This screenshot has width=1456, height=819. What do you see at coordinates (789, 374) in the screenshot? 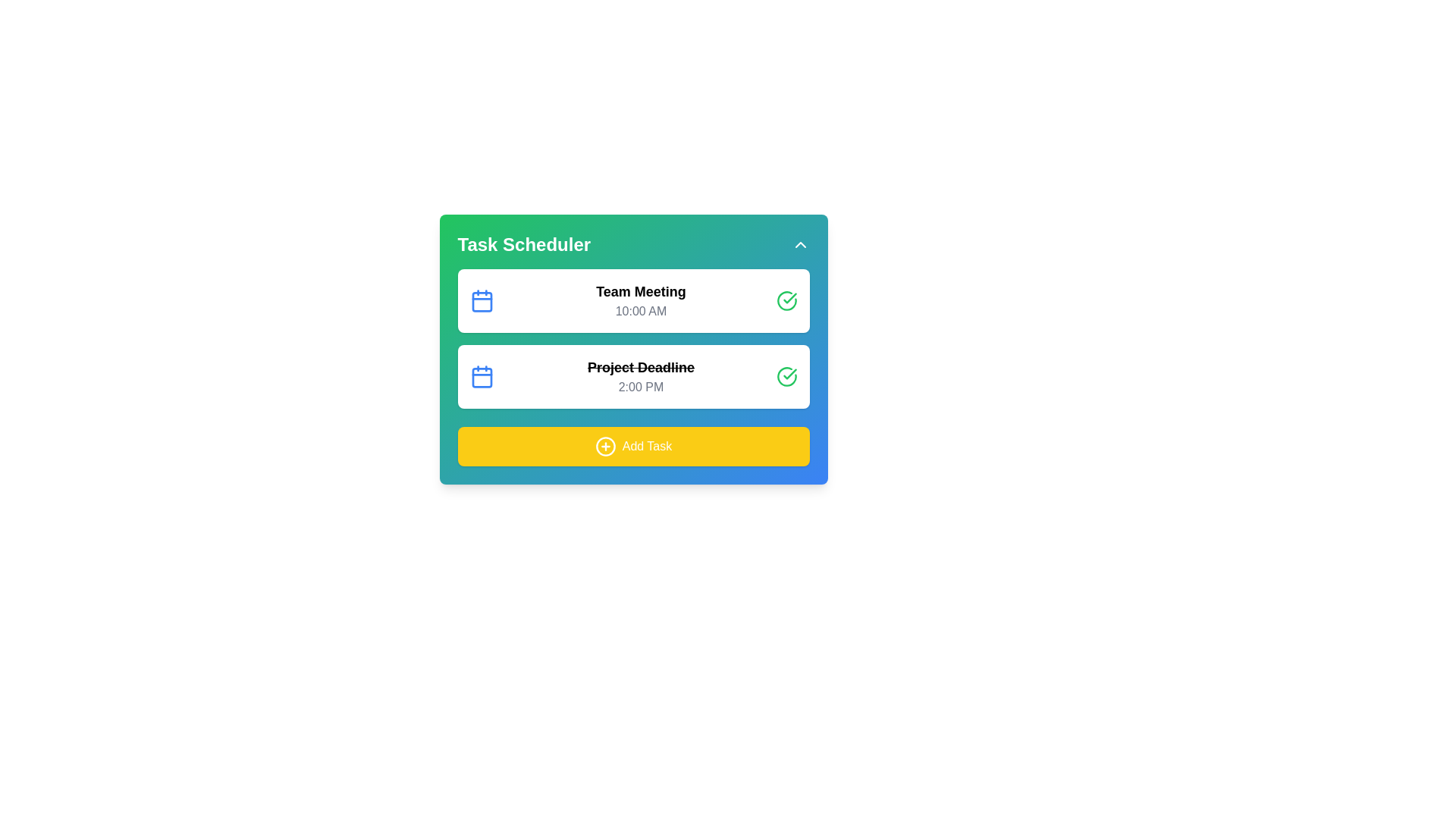
I see `the SVG Checkmark Icon, which indicates task completion for the 'Team Meeting' in the task scheduler interface` at bounding box center [789, 374].